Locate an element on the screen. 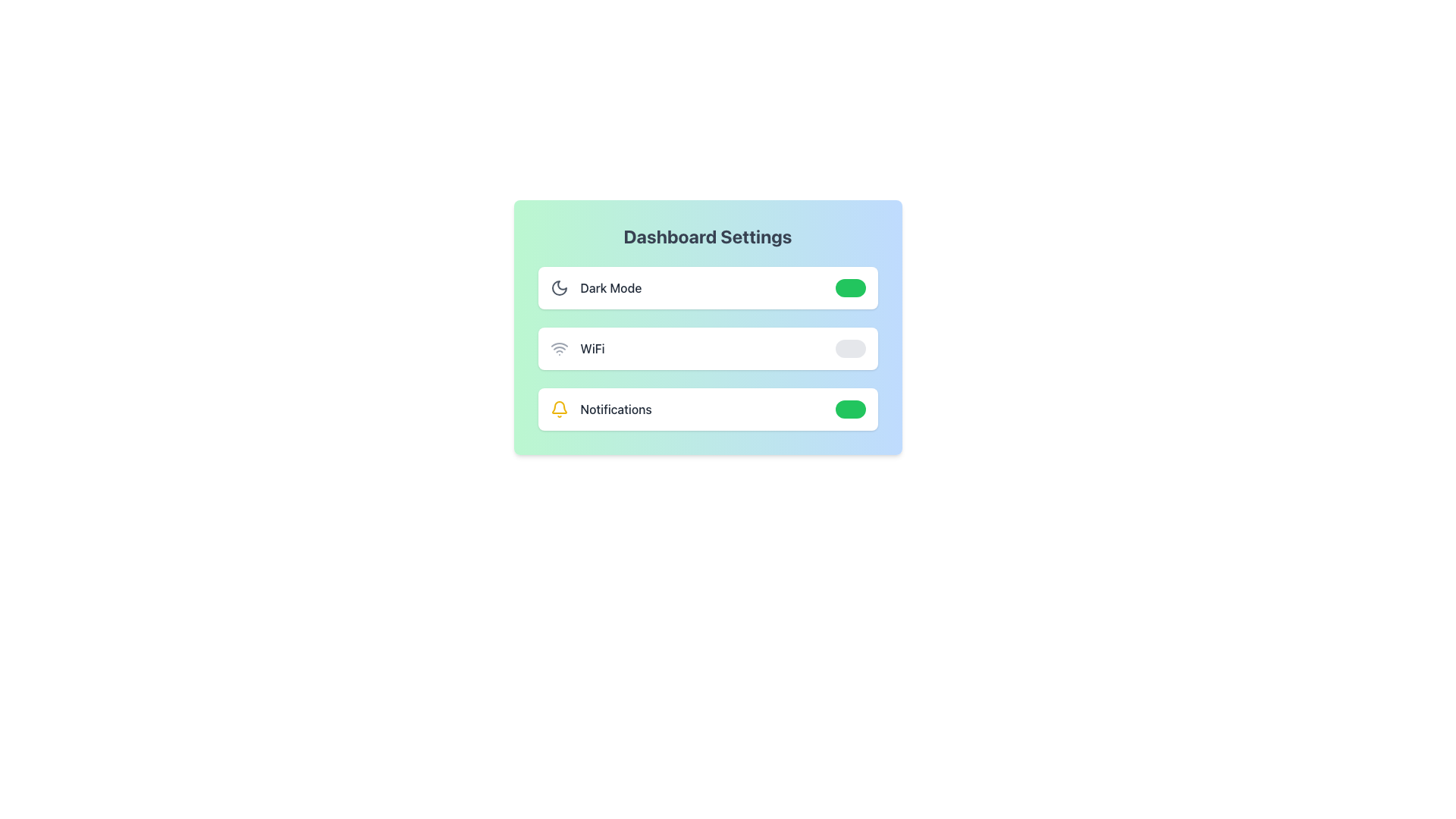  the toggle switch in the WiFi settings section to change its state, which is the second item in the vertical stack of options within the settings panel is located at coordinates (707, 348).